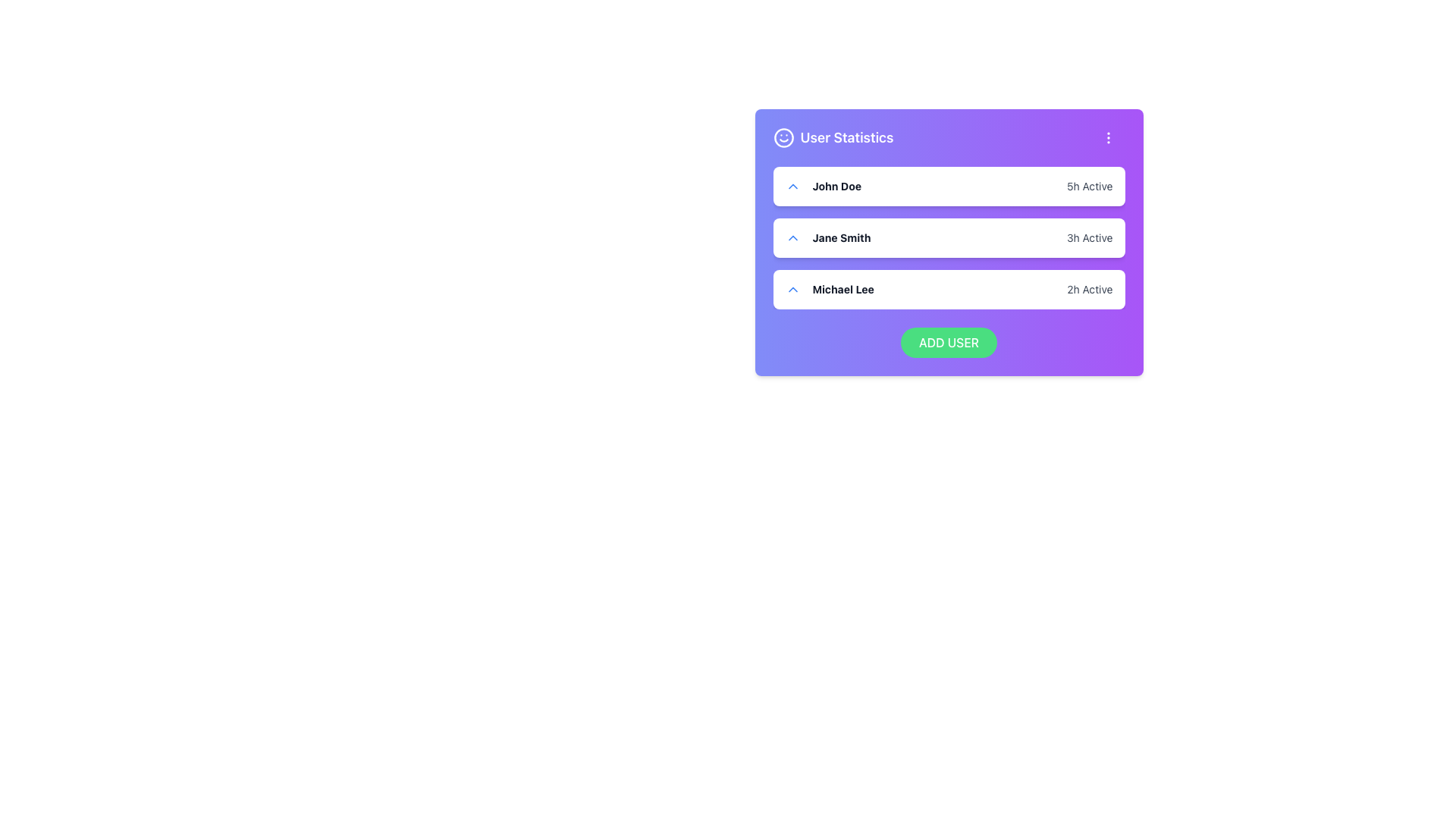 This screenshot has height=819, width=1456. What do you see at coordinates (1089, 289) in the screenshot?
I see `the informational text label displaying the activity duration for user 'Michael Lee', located within a white card on the right side of the card` at bounding box center [1089, 289].